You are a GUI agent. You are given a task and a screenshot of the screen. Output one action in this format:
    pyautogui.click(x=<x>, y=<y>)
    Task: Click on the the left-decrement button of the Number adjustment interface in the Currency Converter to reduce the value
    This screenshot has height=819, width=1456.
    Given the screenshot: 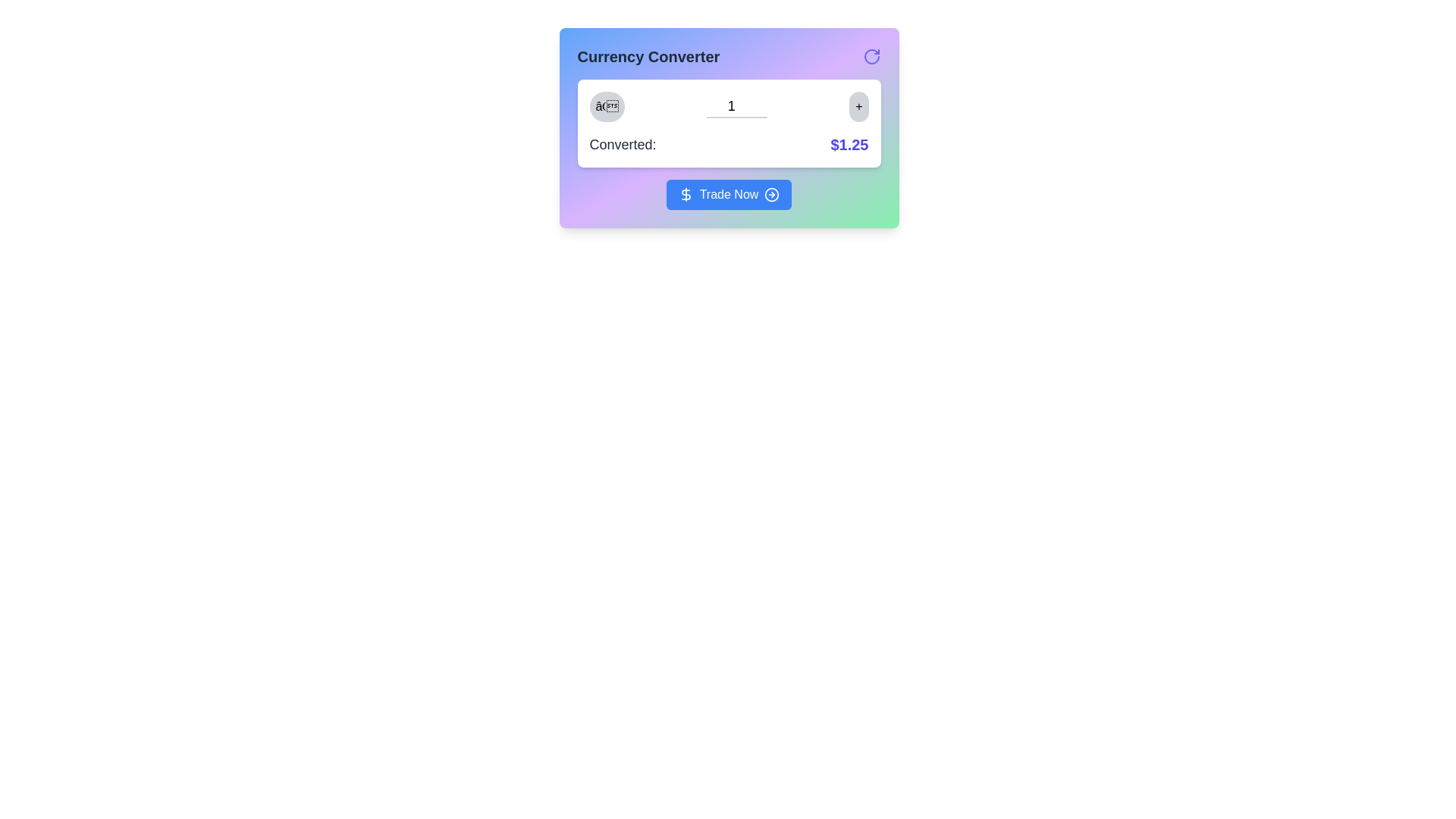 What is the action you would take?
    pyautogui.click(x=729, y=106)
    